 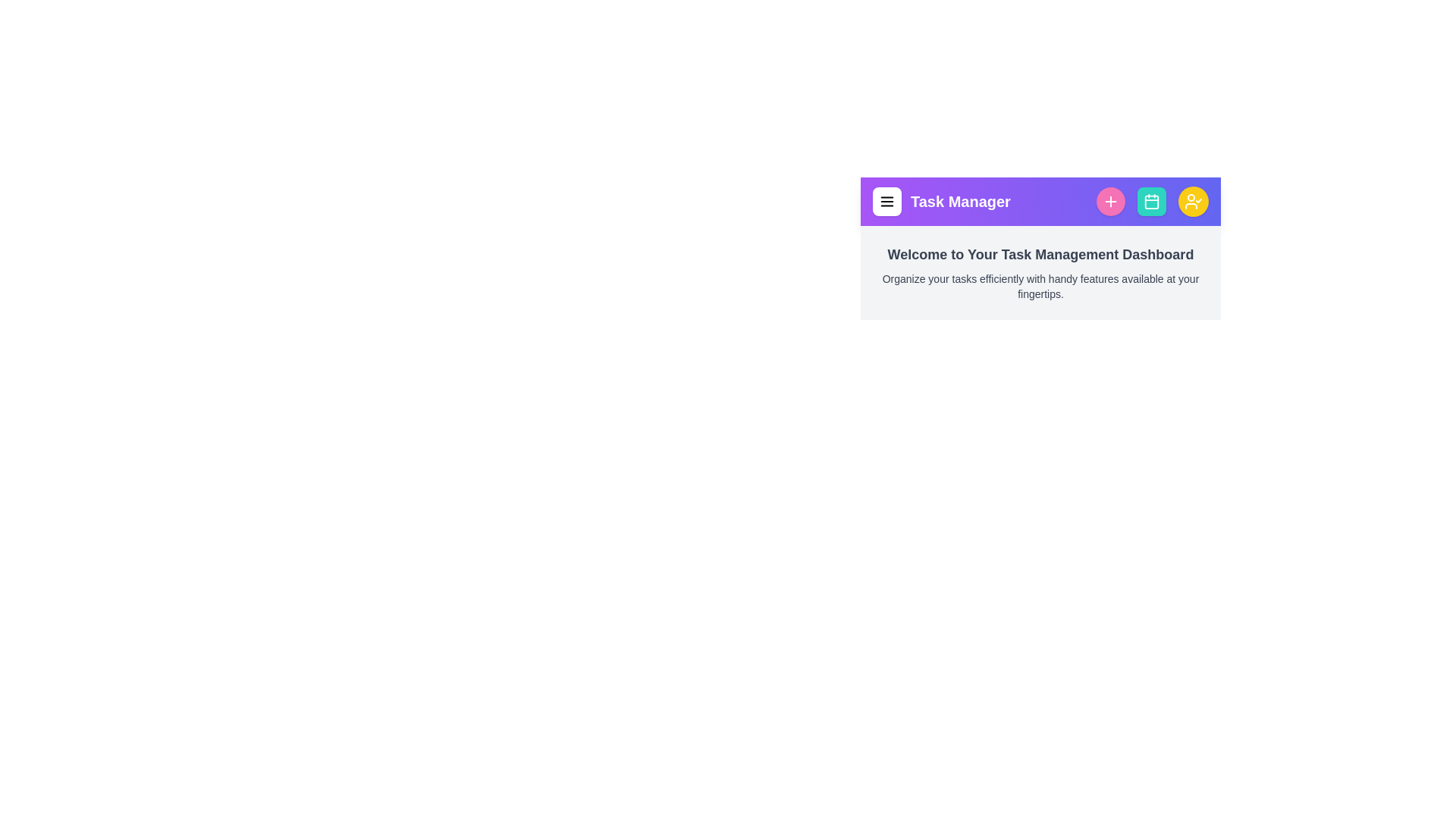 What do you see at coordinates (1193, 201) in the screenshot?
I see `the user check button to manage users` at bounding box center [1193, 201].